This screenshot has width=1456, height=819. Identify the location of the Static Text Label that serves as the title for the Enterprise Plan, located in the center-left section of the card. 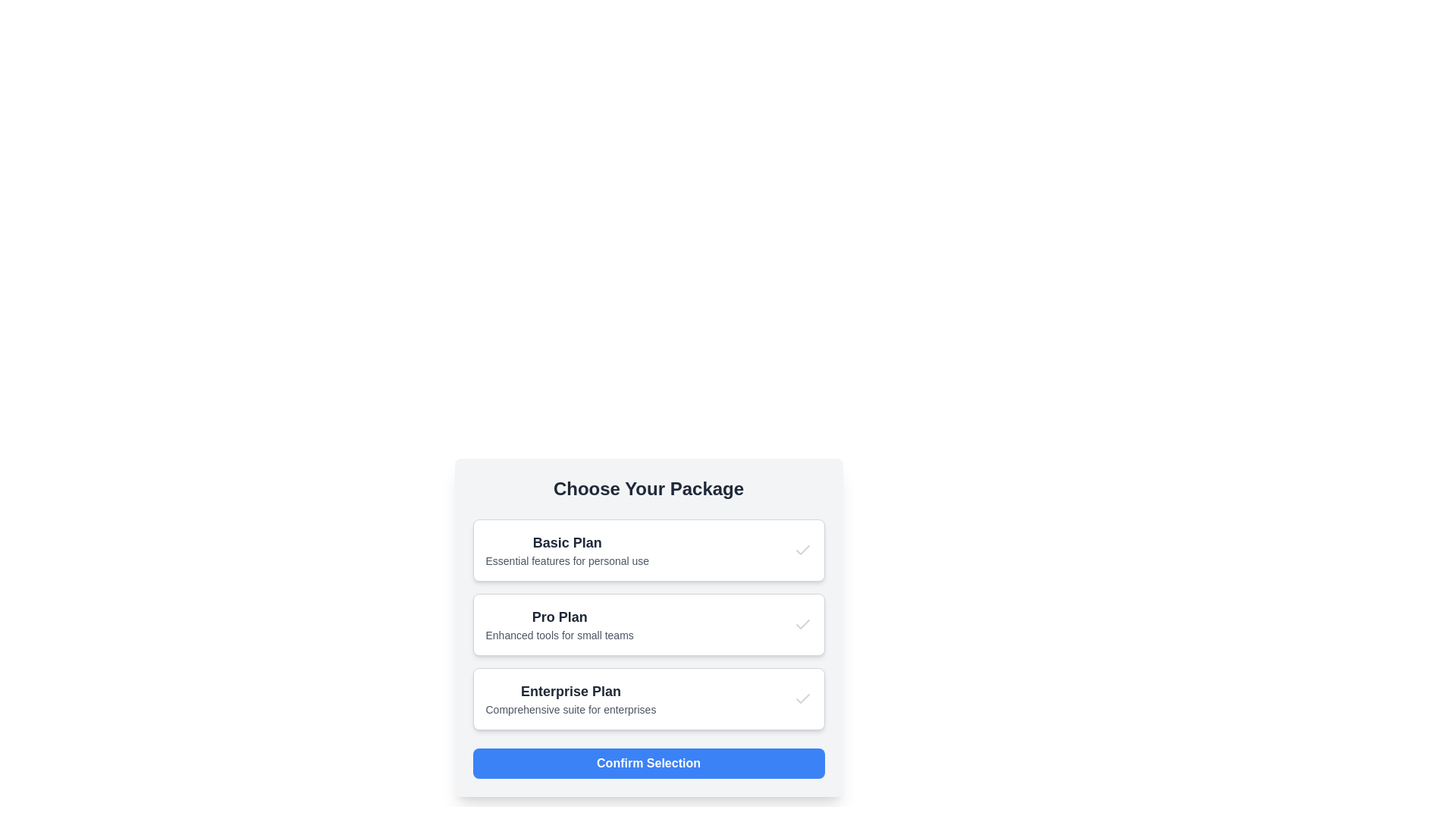
(570, 691).